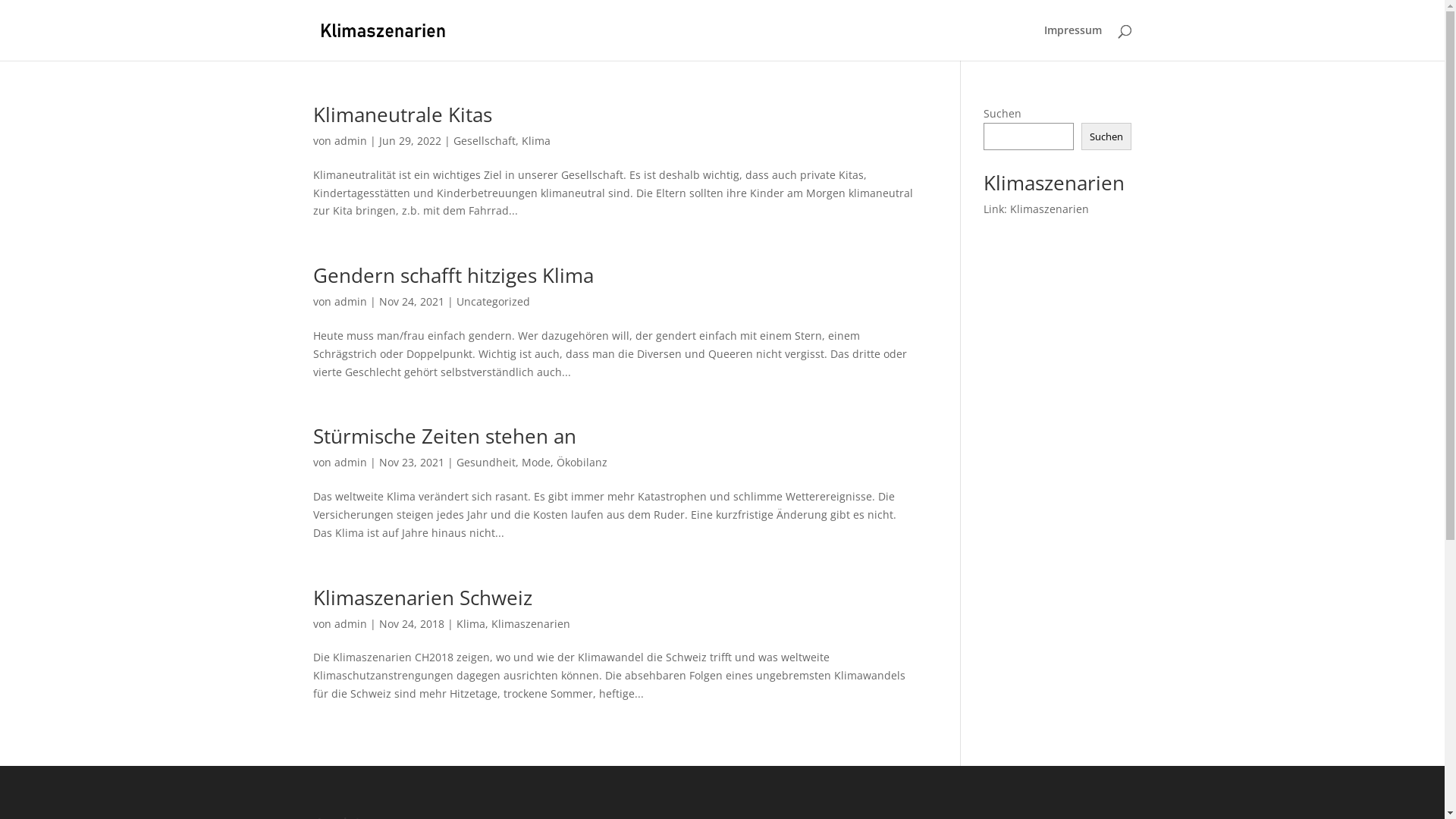  What do you see at coordinates (349, 623) in the screenshot?
I see `'admin'` at bounding box center [349, 623].